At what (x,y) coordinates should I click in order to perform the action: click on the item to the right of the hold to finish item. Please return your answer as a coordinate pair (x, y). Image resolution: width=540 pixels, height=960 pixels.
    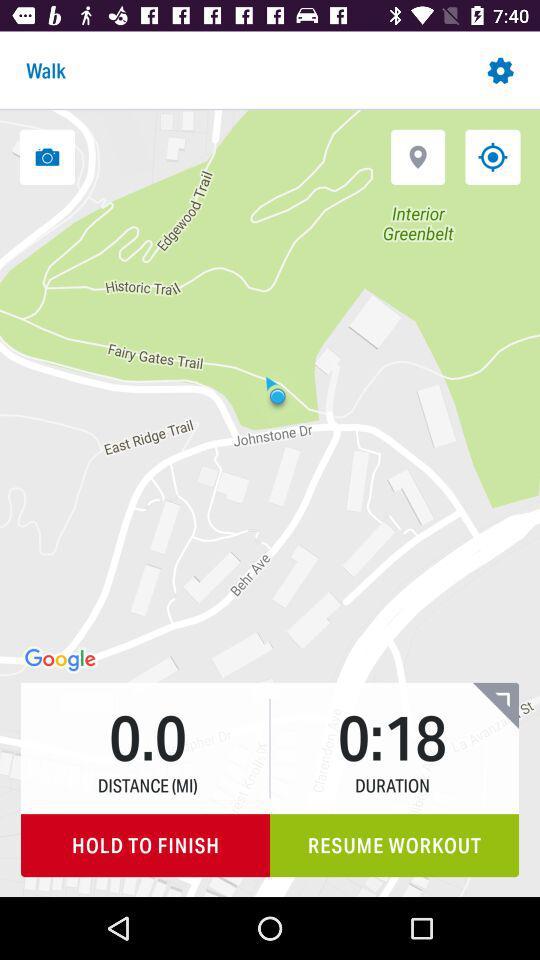
    Looking at the image, I should click on (394, 844).